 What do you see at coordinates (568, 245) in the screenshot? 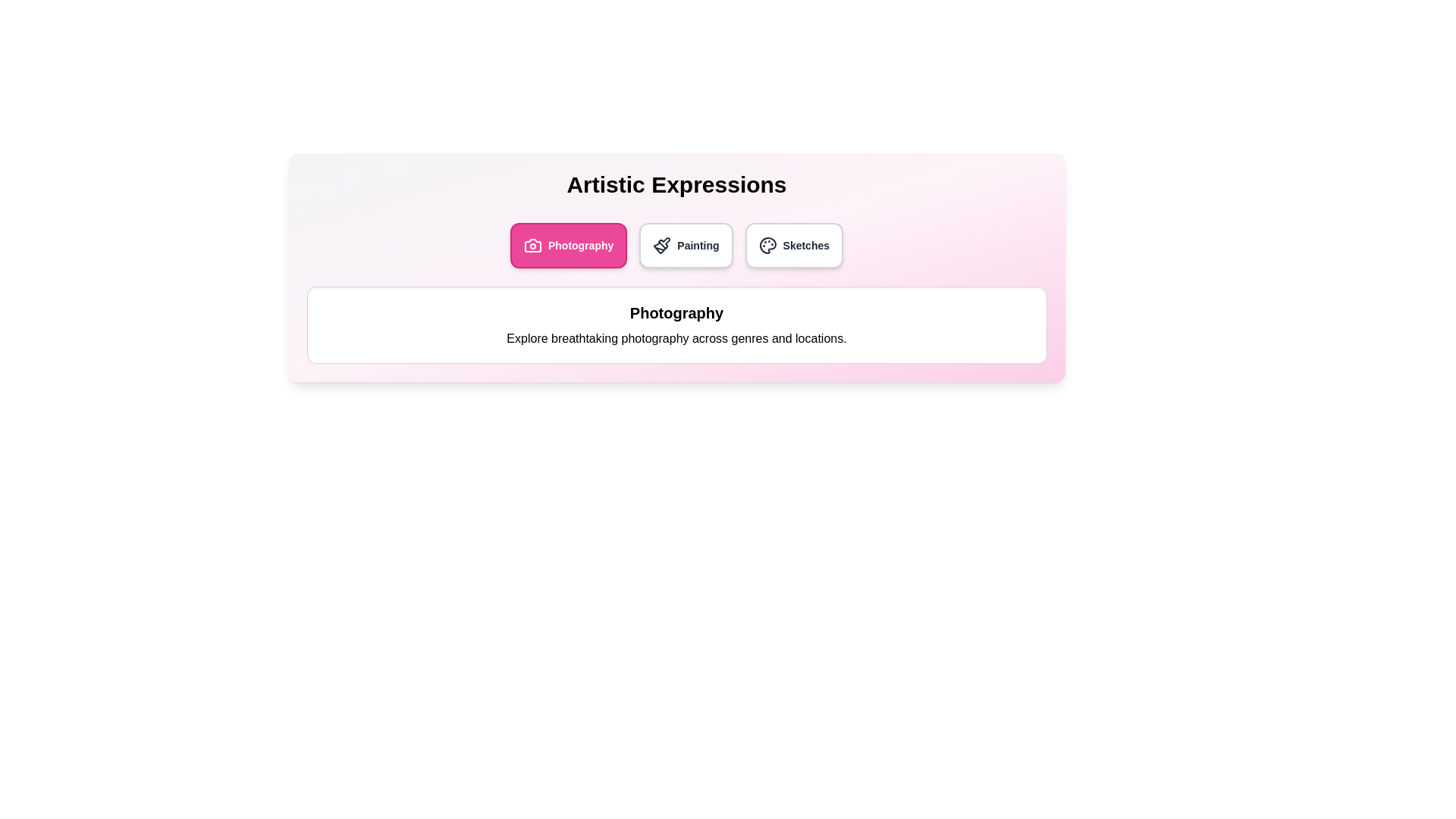
I see `the Photography tab to view its content` at bounding box center [568, 245].